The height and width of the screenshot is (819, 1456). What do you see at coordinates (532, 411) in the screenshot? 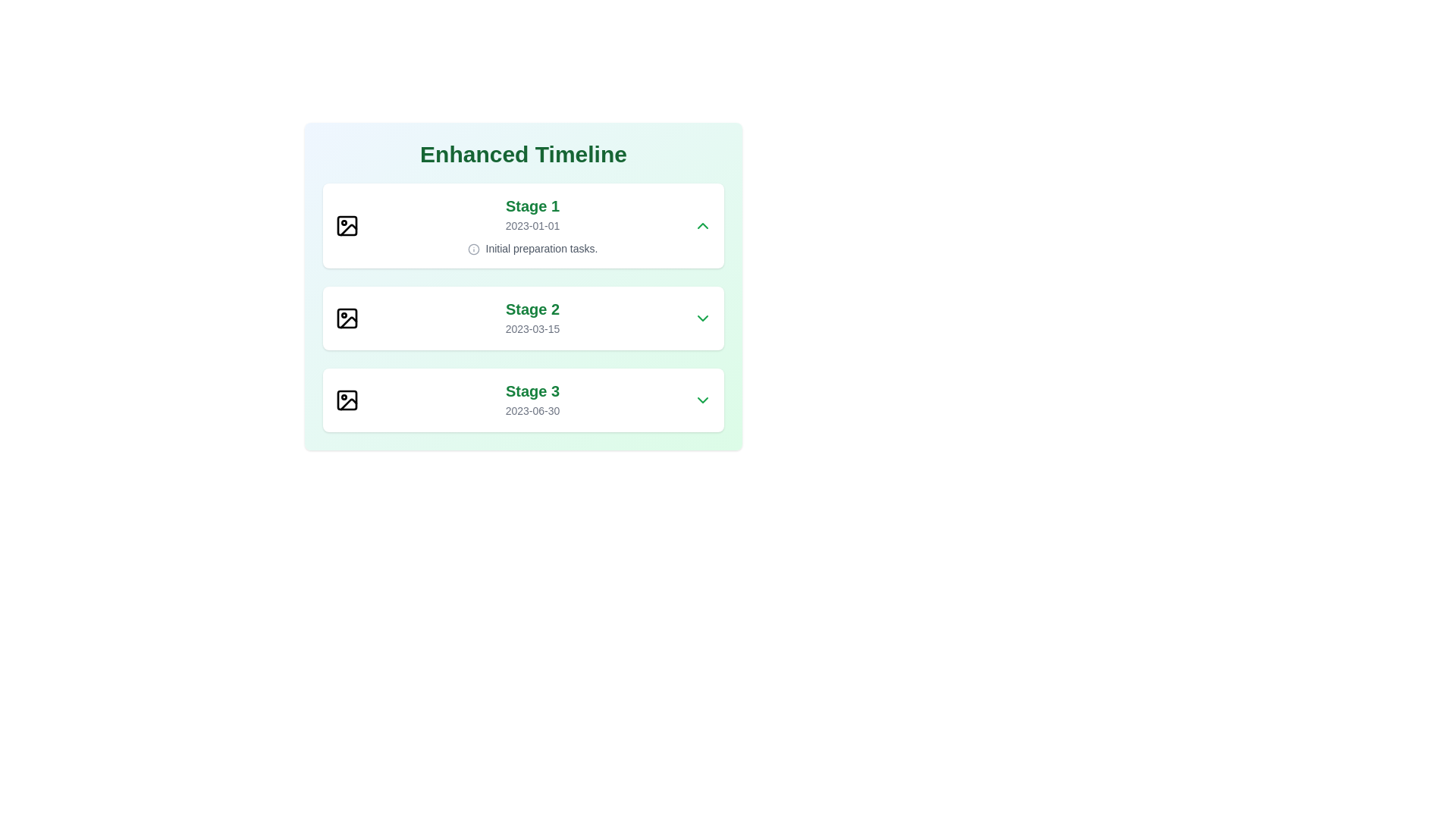
I see `text displayed in the Text Label that shows the date '2023-06-30', which is positioned below the label 'Stage 3'` at bounding box center [532, 411].